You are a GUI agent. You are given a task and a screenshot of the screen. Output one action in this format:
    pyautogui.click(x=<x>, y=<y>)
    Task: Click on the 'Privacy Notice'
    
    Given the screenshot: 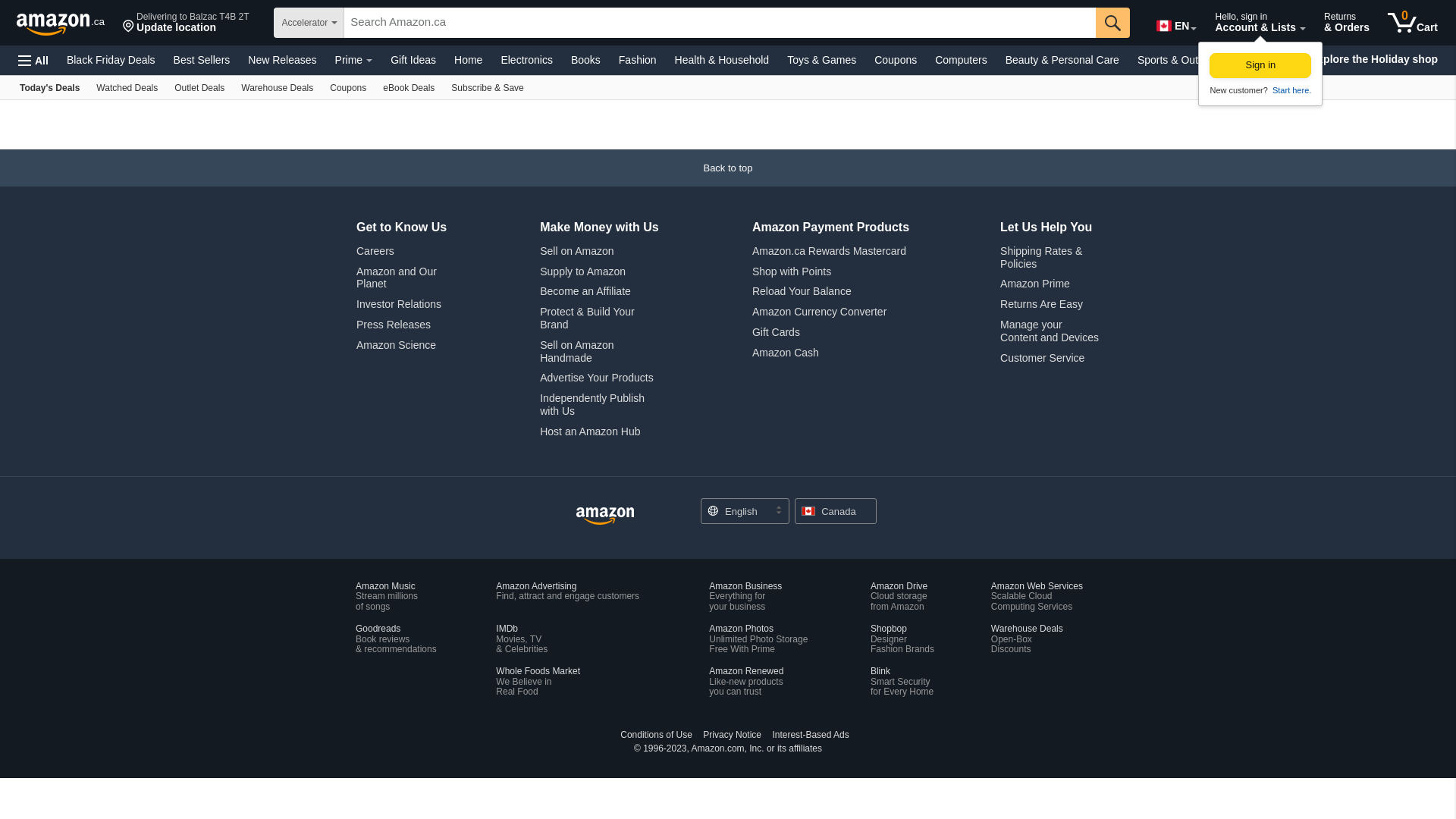 What is the action you would take?
    pyautogui.click(x=732, y=733)
    